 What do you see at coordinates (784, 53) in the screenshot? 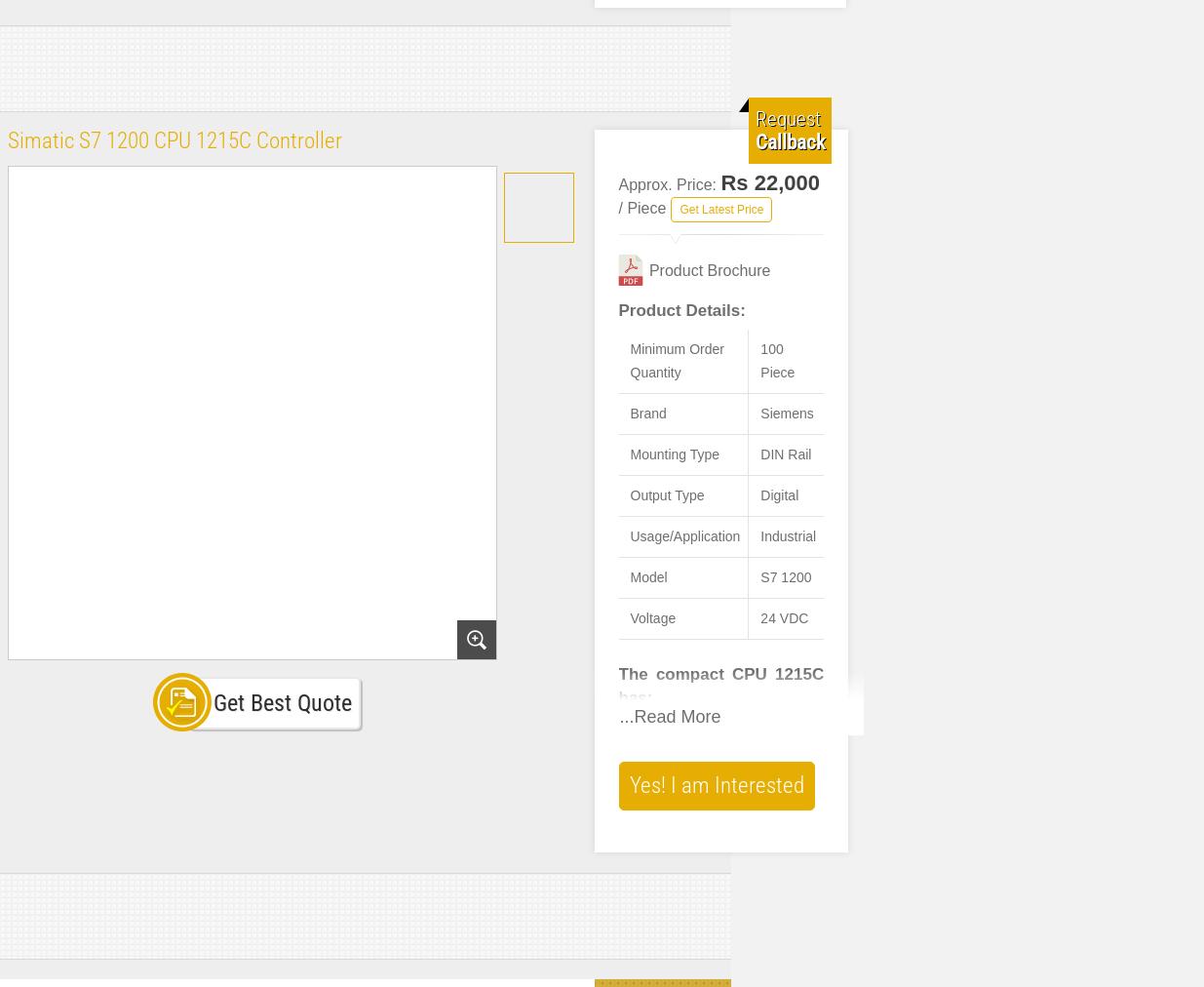
I see `'8 Mbyte'` at bounding box center [784, 53].